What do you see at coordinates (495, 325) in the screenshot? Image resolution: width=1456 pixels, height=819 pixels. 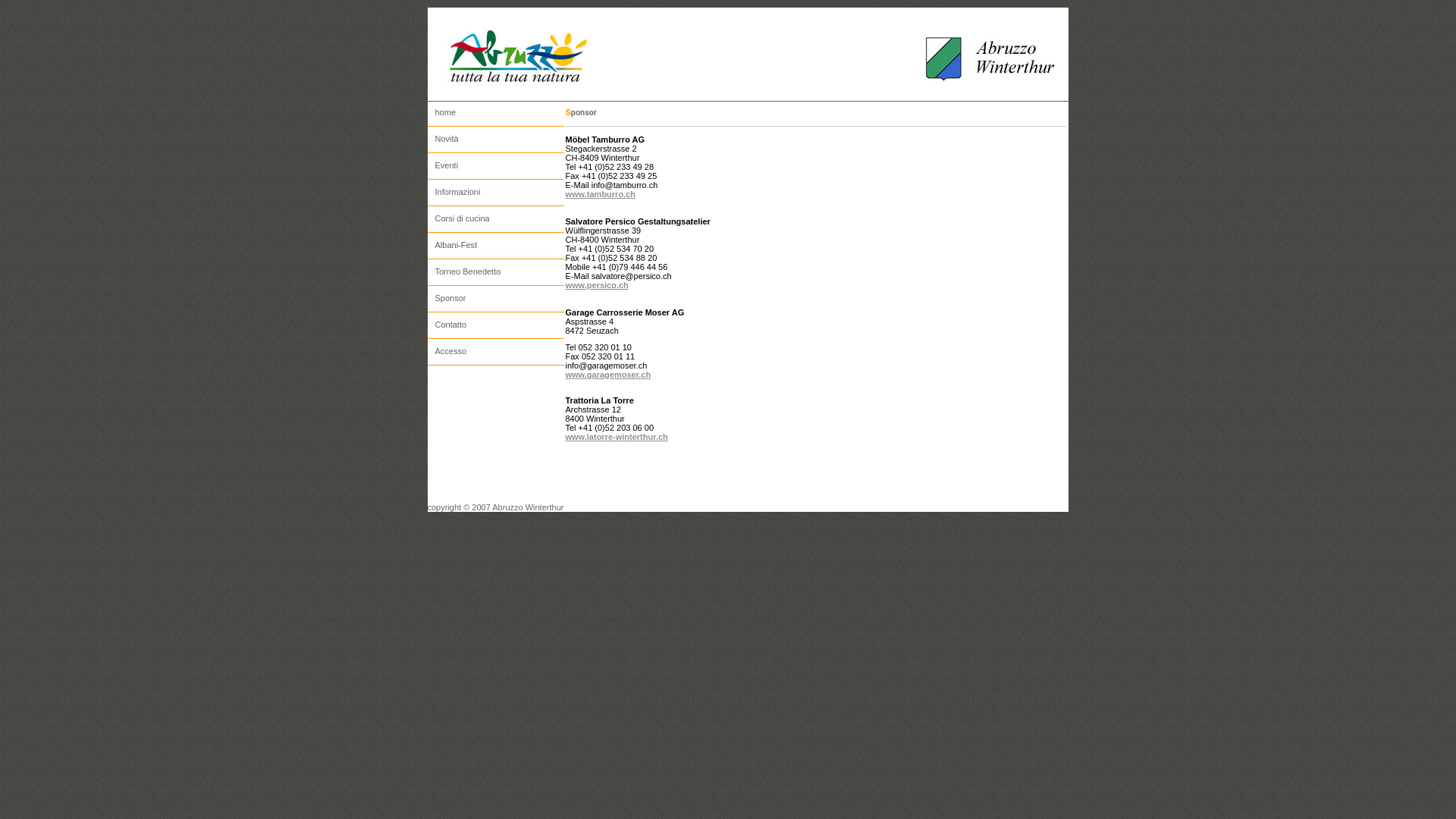 I see `'Contatto'` at bounding box center [495, 325].